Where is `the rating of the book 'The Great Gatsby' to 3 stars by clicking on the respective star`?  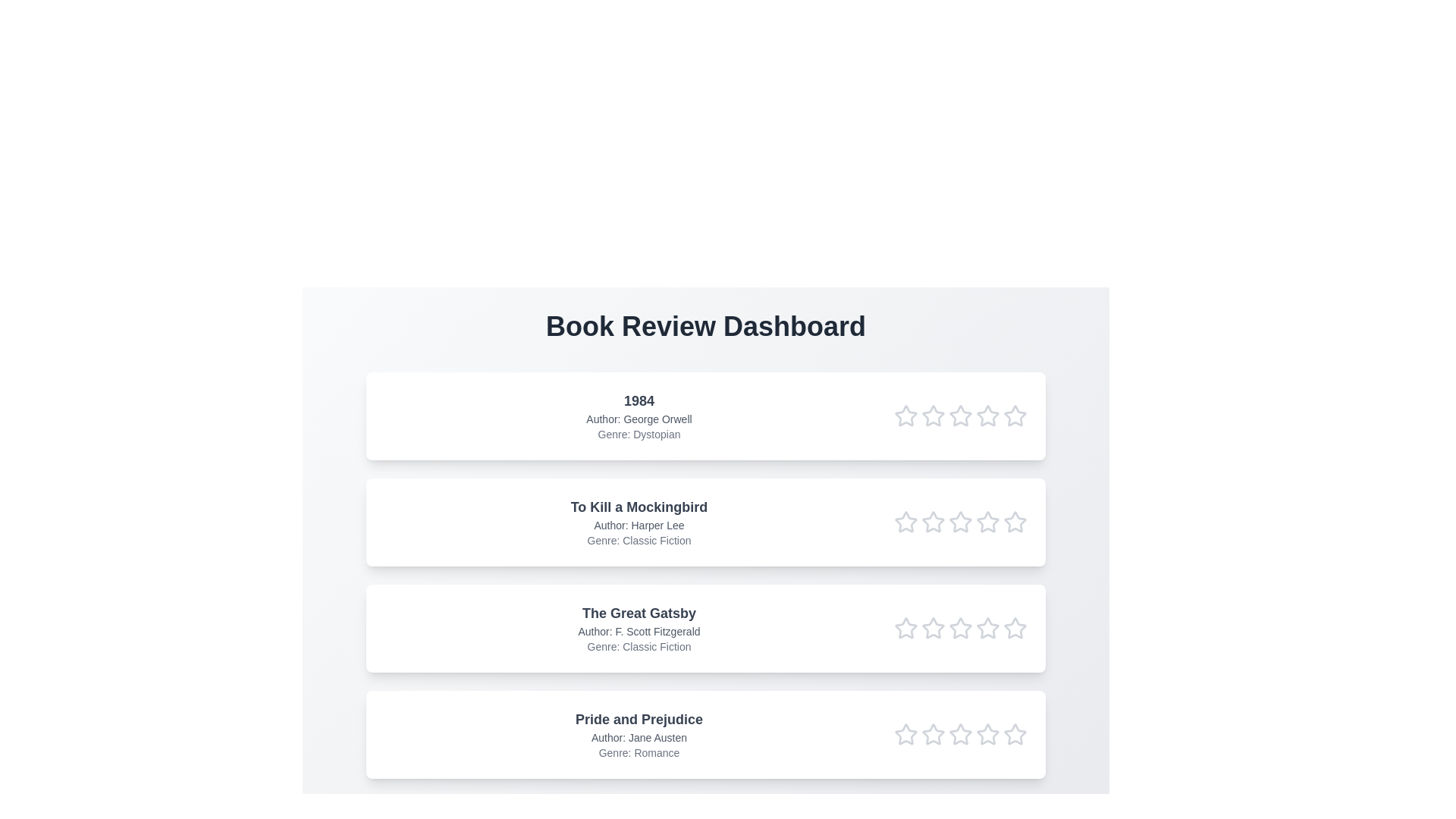 the rating of the book 'The Great Gatsby' to 3 stars by clicking on the respective star is located at coordinates (960, 629).